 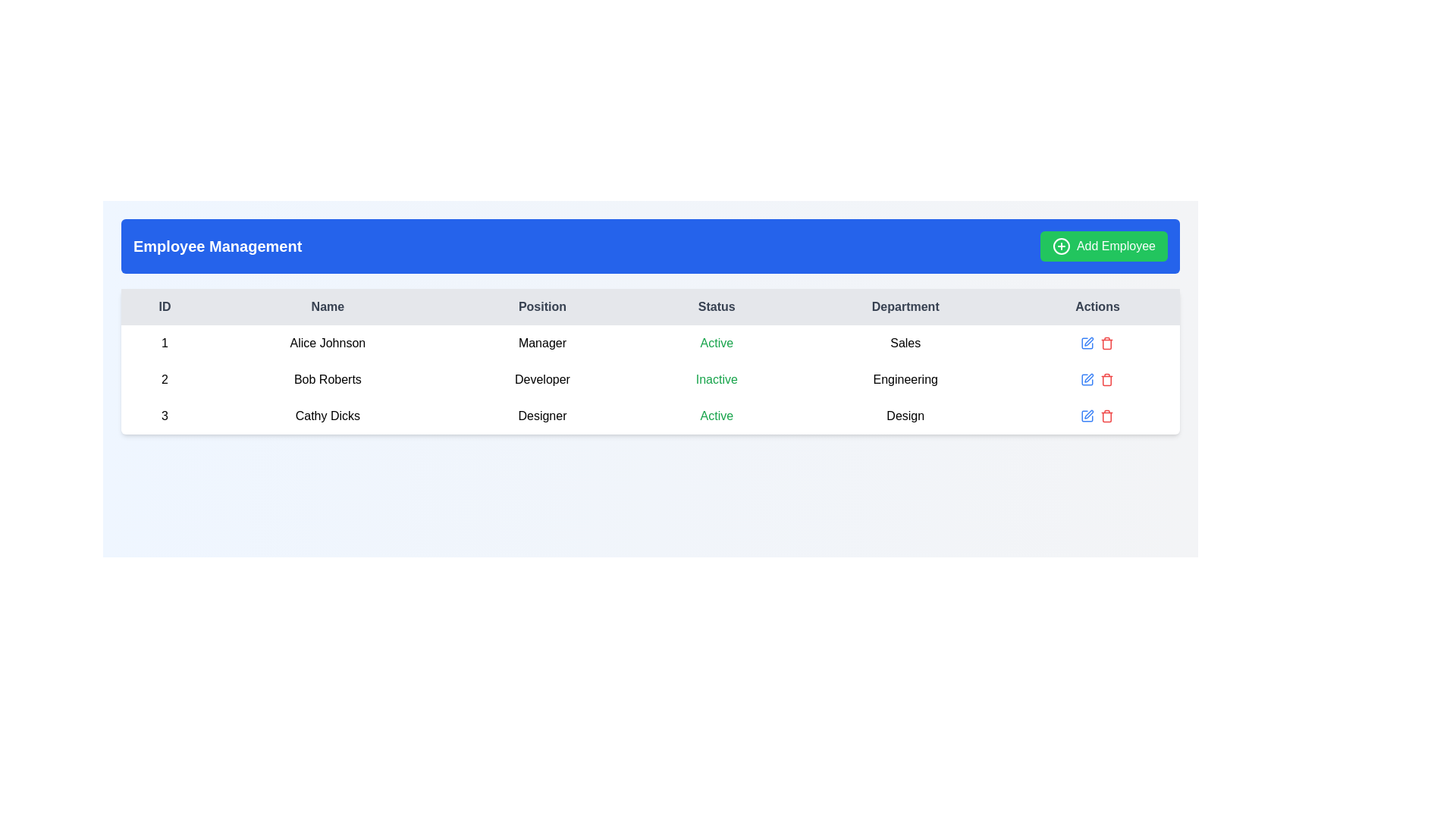 What do you see at coordinates (165, 379) in the screenshot?
I see `the Text label representing the unique identifier for Bob Roberts, located in the second row of the table under the 'ID' column` at bounding box center [165, 379].